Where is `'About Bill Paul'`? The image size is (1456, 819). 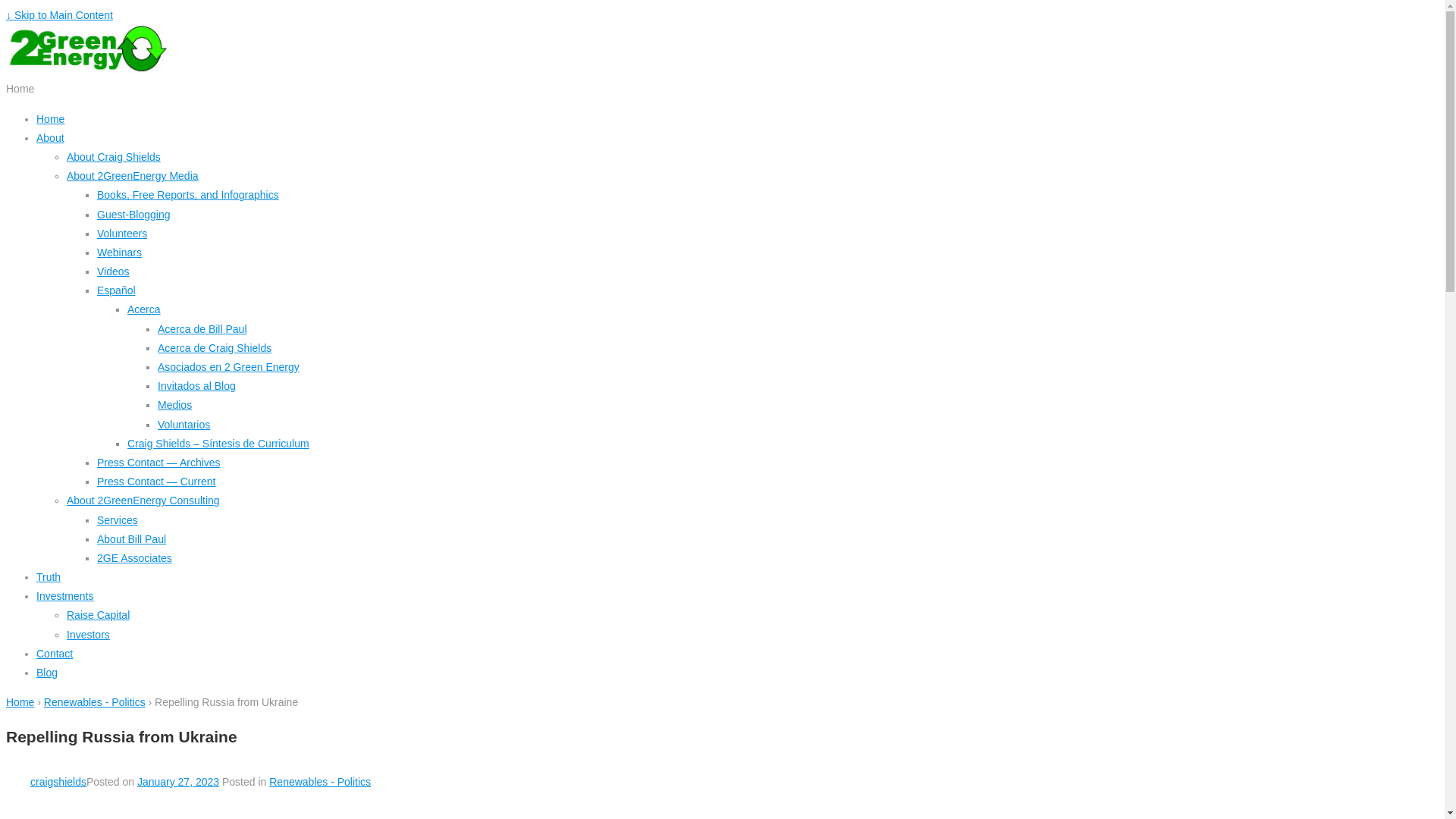 'About Bill Paul' is located at coordinates (131, 538).